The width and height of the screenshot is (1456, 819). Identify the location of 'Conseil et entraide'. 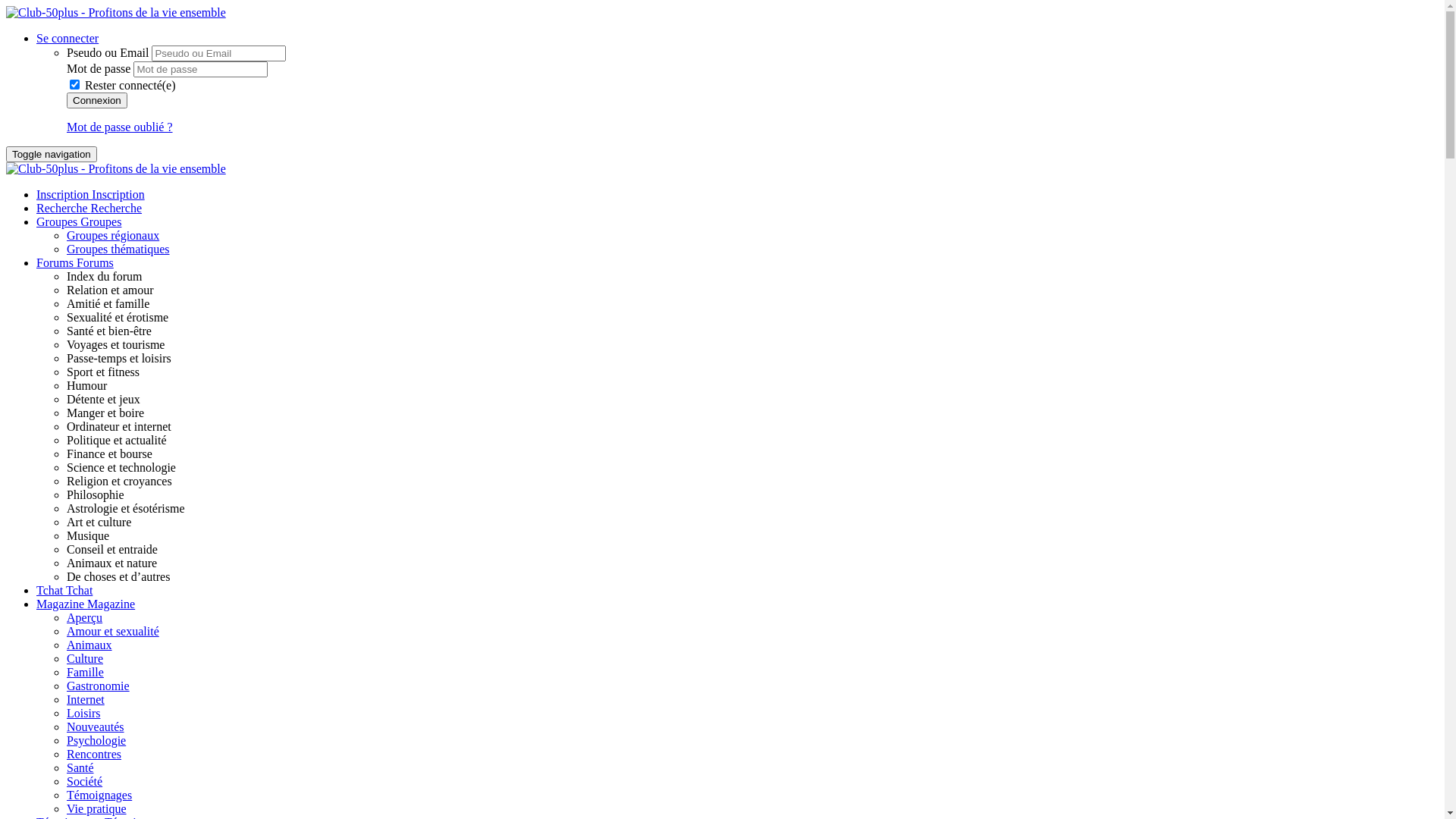
(111, 549).